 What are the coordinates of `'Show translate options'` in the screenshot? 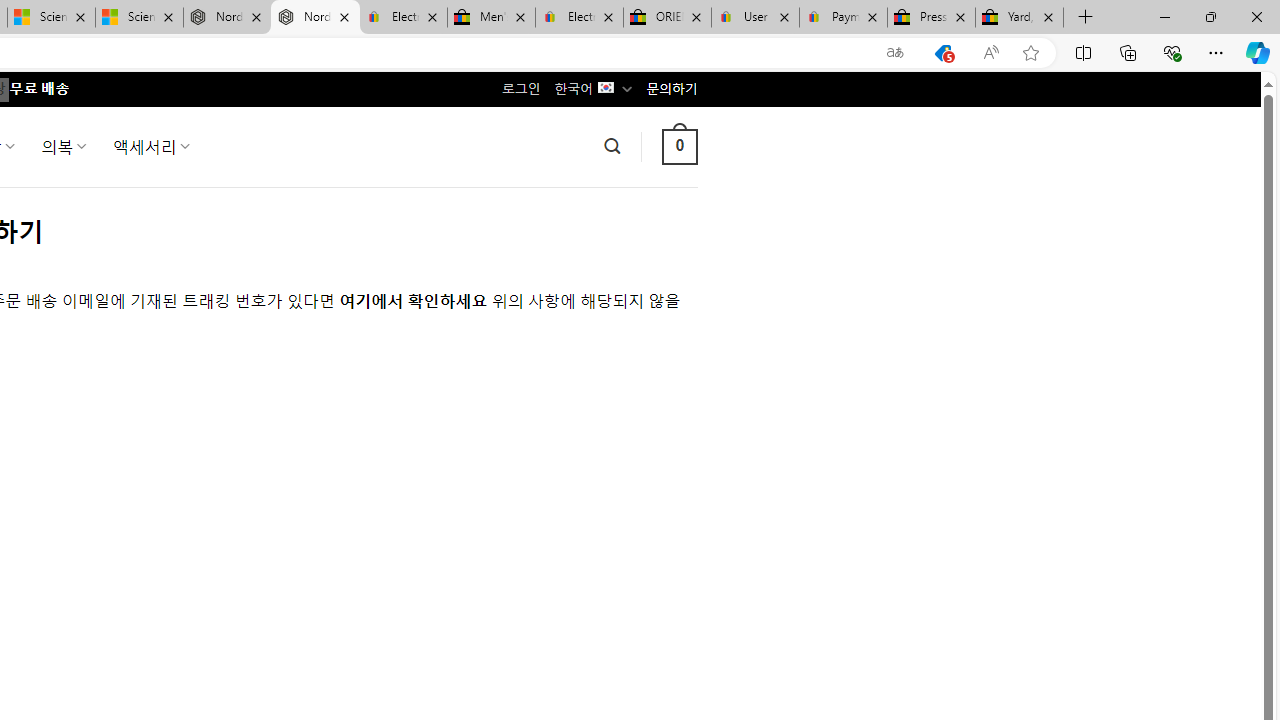 It's located at (894, 52).